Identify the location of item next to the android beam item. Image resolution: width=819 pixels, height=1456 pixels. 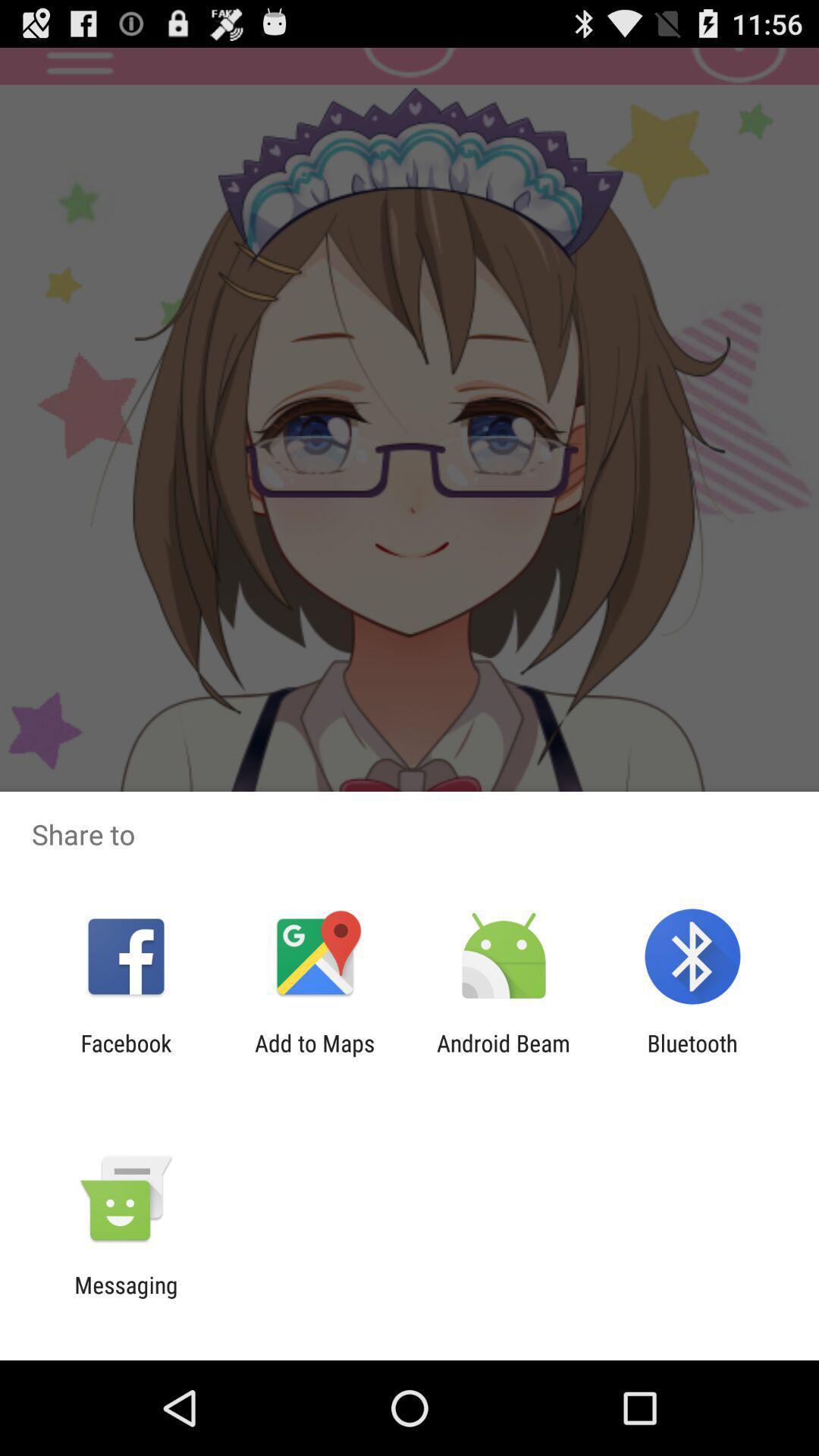
(314, 1056).